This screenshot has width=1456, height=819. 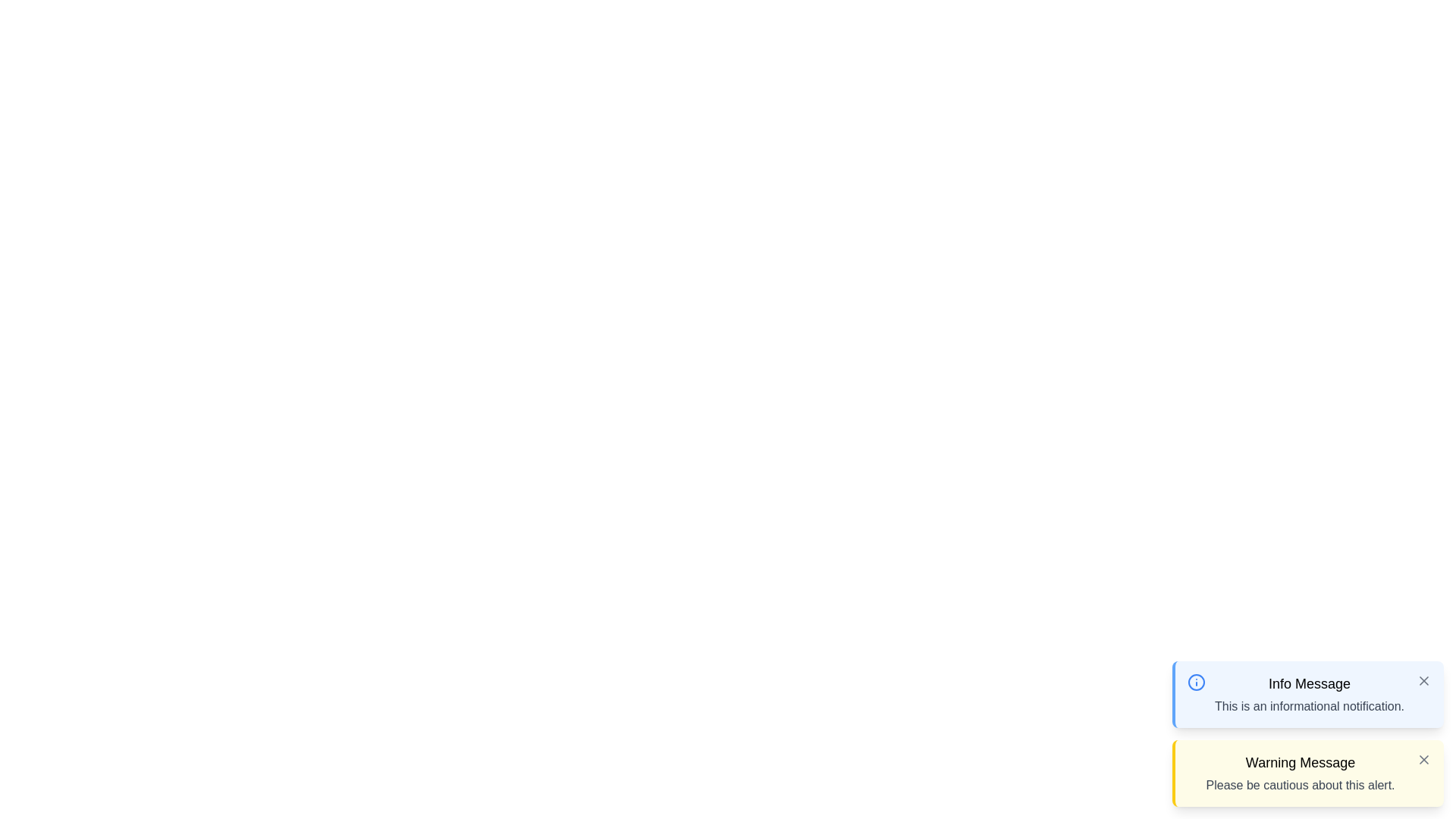 I want to click on the close button icon represented by an 'X' symbol located at the far-right side of the notification box to observe the color change indicating interactivity, so click(x=1423, y=680).